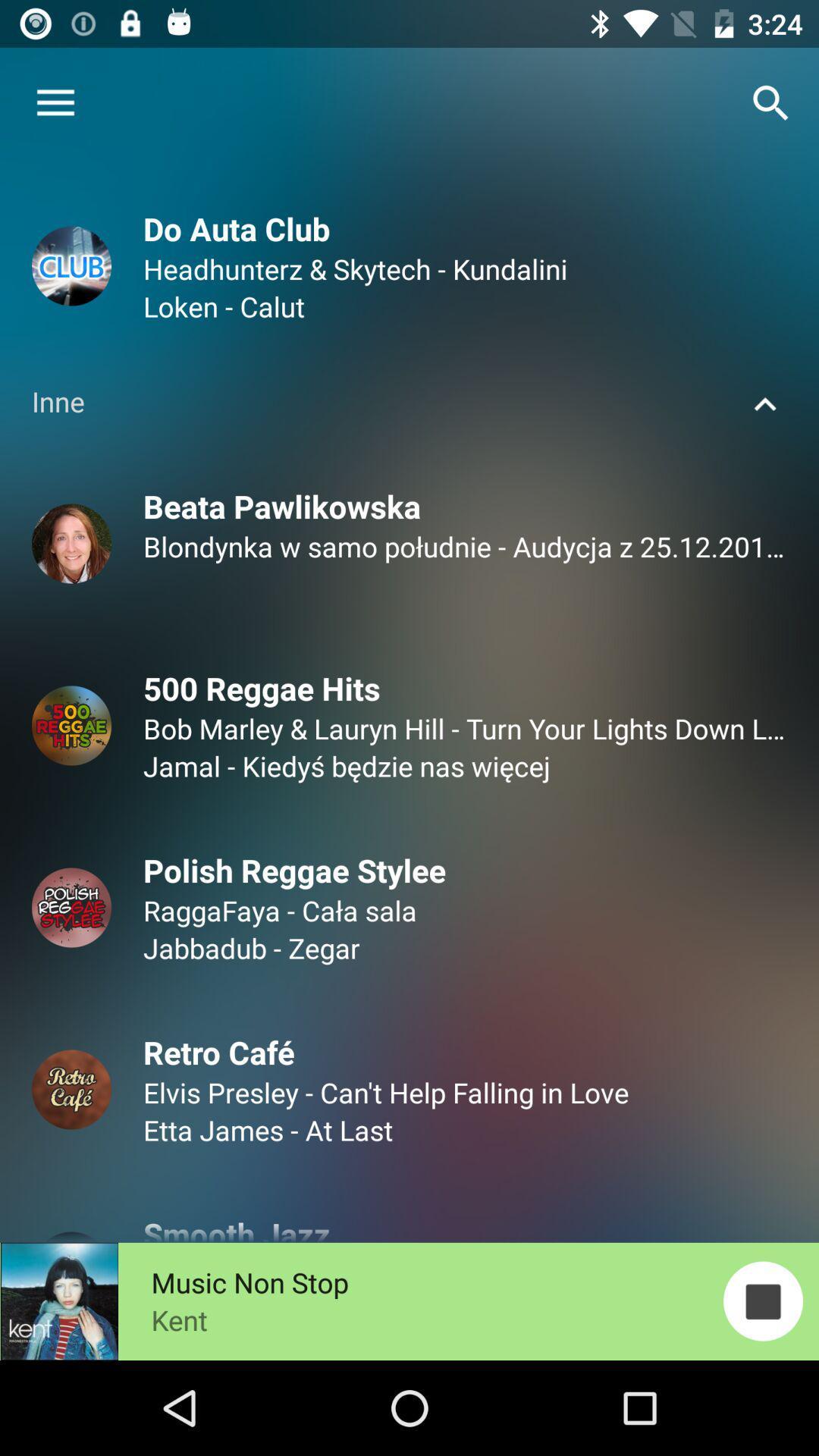  What do you see at coordinates (71, 544) in the screenshot?
I see `the image below inne` at bounding box center [71, 544].